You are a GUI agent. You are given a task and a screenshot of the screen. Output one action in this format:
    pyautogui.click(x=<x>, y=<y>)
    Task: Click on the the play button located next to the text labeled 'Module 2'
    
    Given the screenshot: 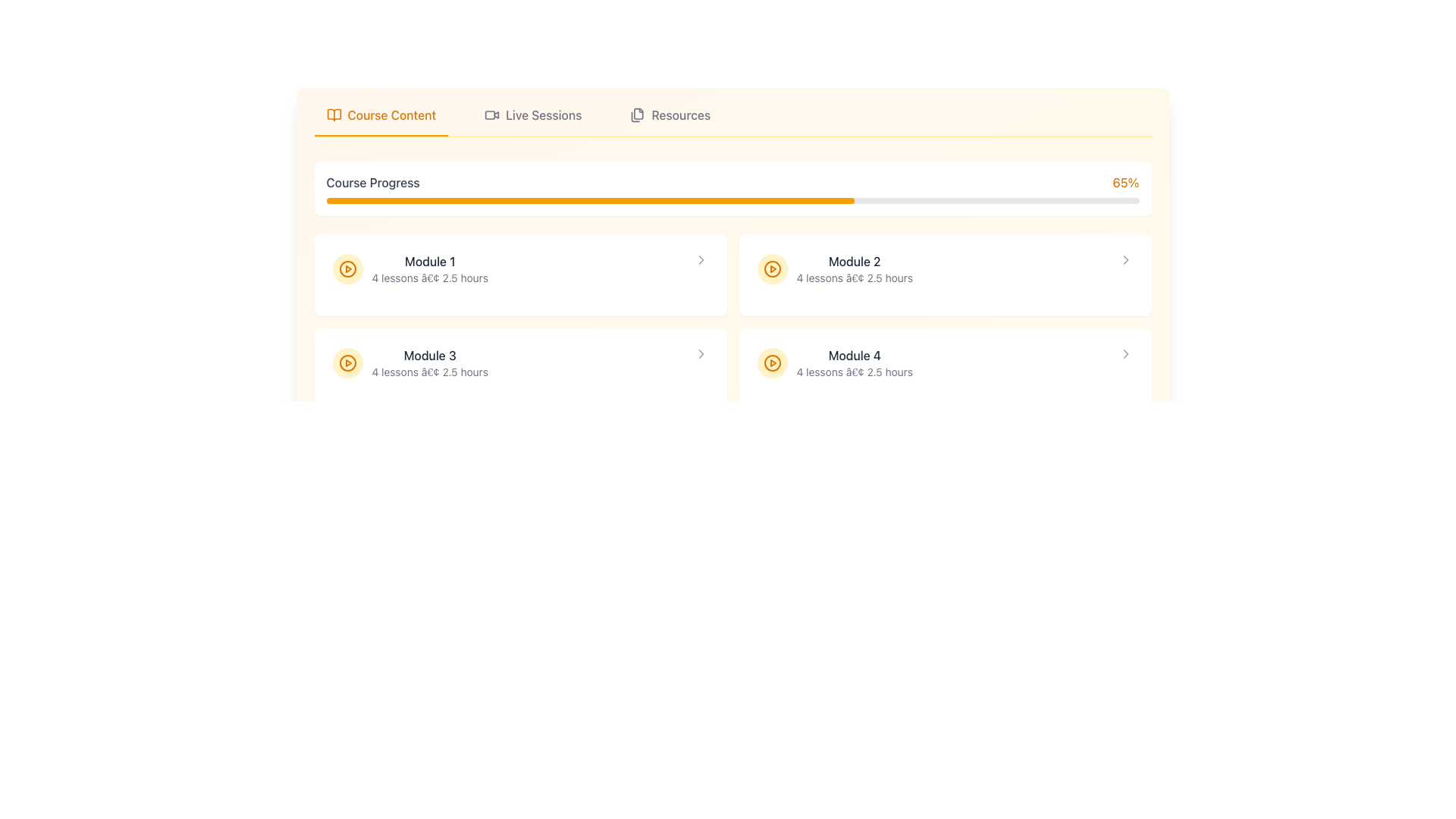 What is the action you would take?
    pyautogui.click(x=772, y=268)
    